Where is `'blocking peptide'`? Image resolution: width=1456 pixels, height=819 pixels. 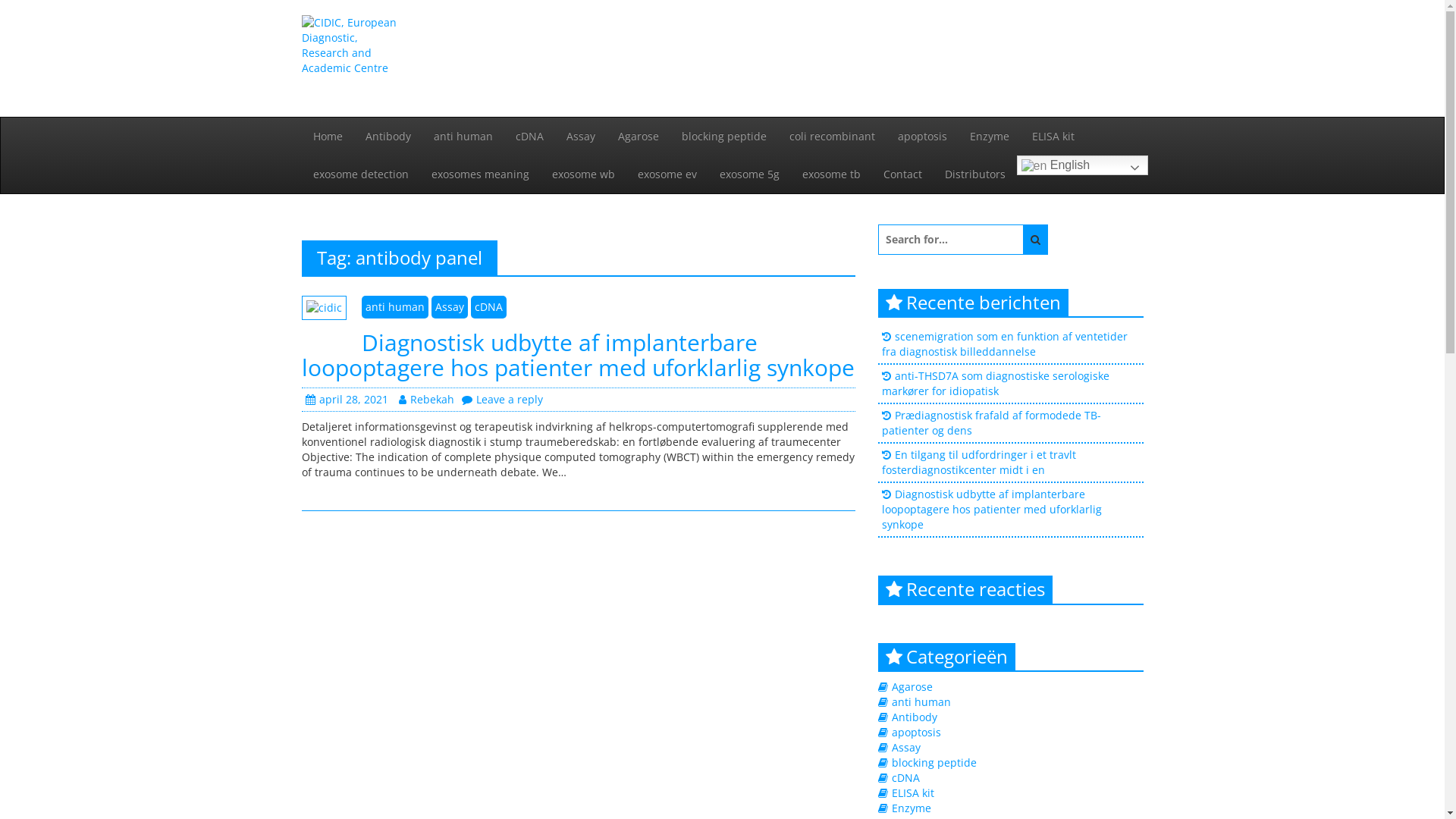
'blocking peptide' is located at coordinates (934, 762).